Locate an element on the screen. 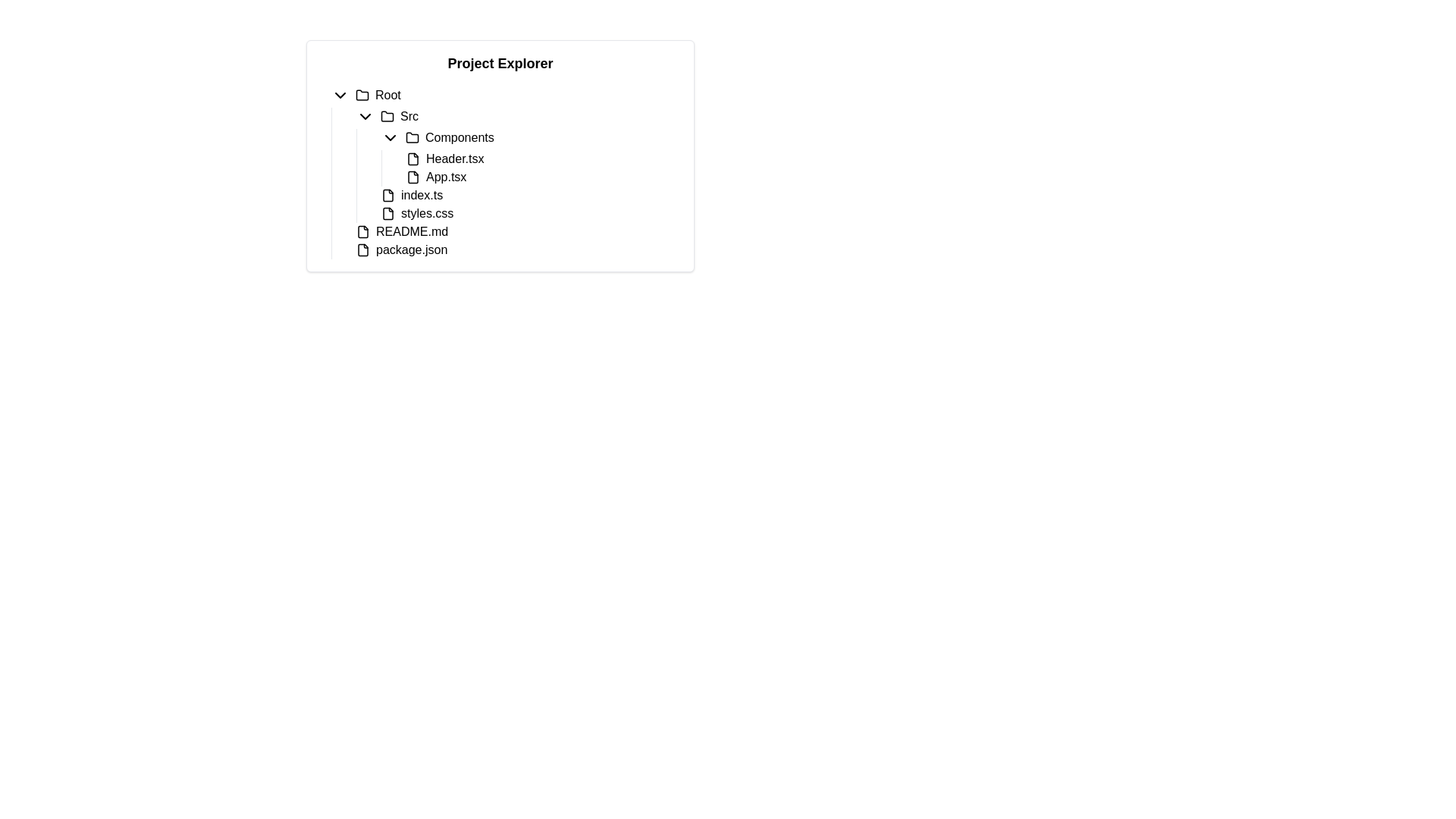  to select the Tree node representing 'ComponentsHeader.tsxApp.tsx' located under the 'Src' directory in the 'Components' folder of the project explorer is located at coordinates (531, 158).